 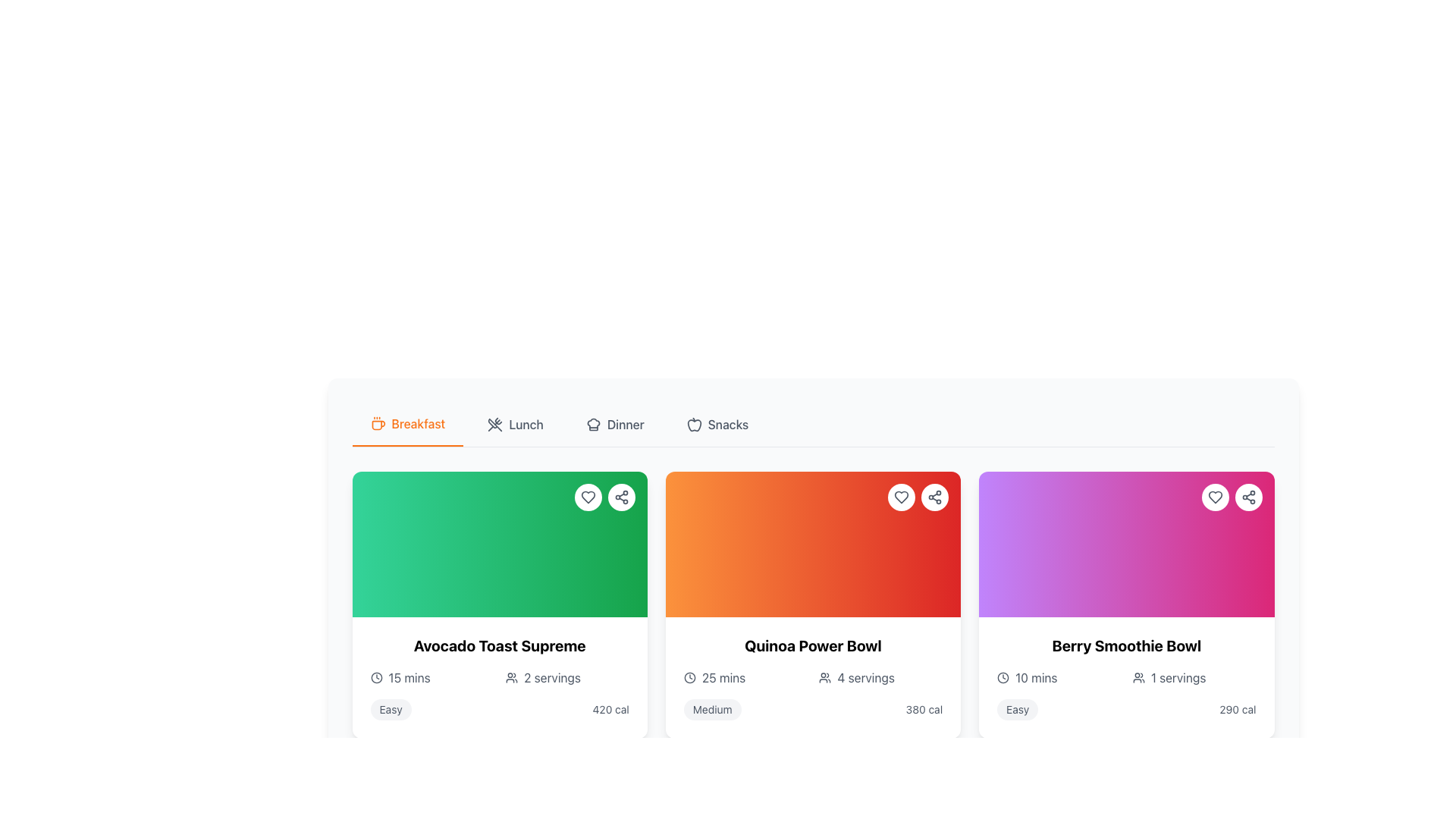 I want to click on the icon element resembling two user silhouettes, which indicates a group or person, located in the lower section of the card for the Berry Smoothie Bowl, so click(x=1138, y=677).